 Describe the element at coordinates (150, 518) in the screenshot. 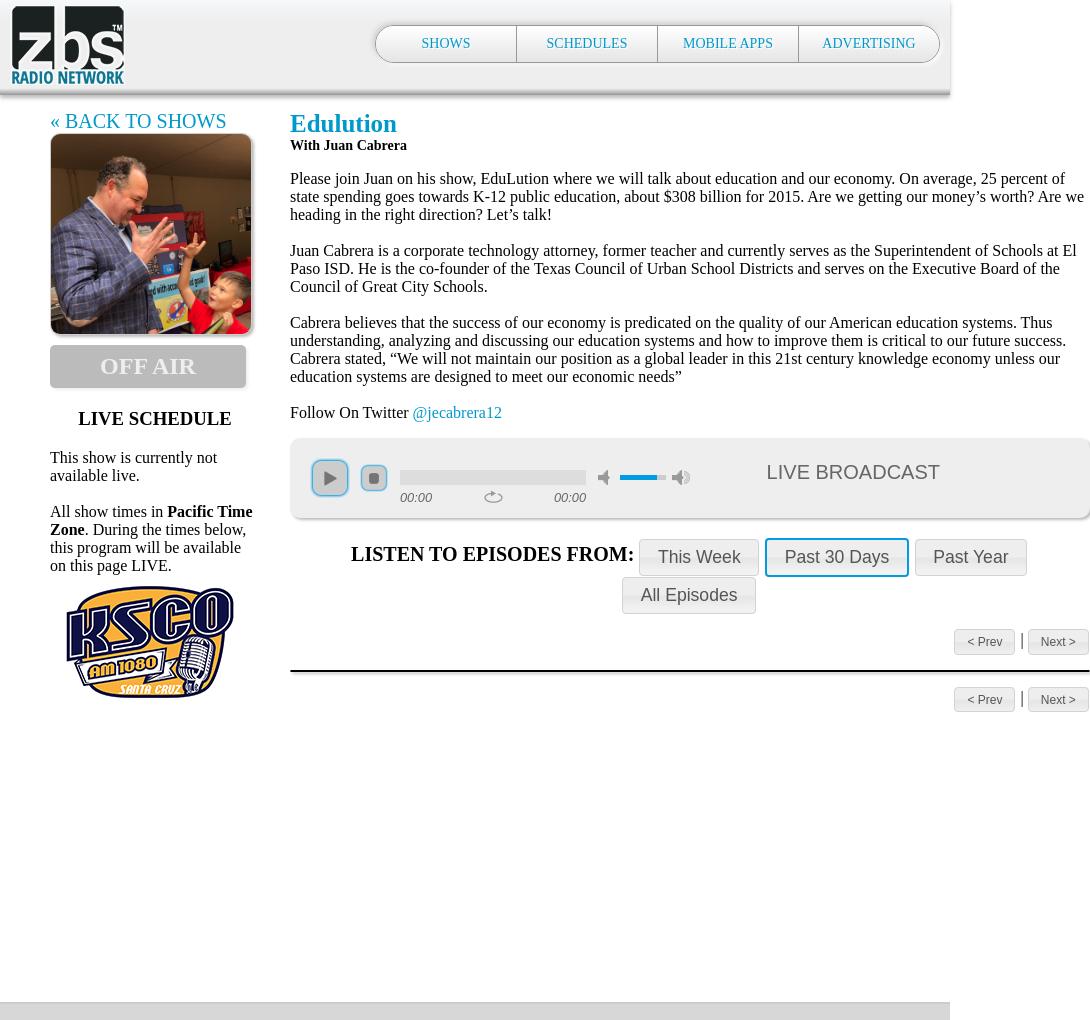

I see `'Pacific Time Zone'` at that location.